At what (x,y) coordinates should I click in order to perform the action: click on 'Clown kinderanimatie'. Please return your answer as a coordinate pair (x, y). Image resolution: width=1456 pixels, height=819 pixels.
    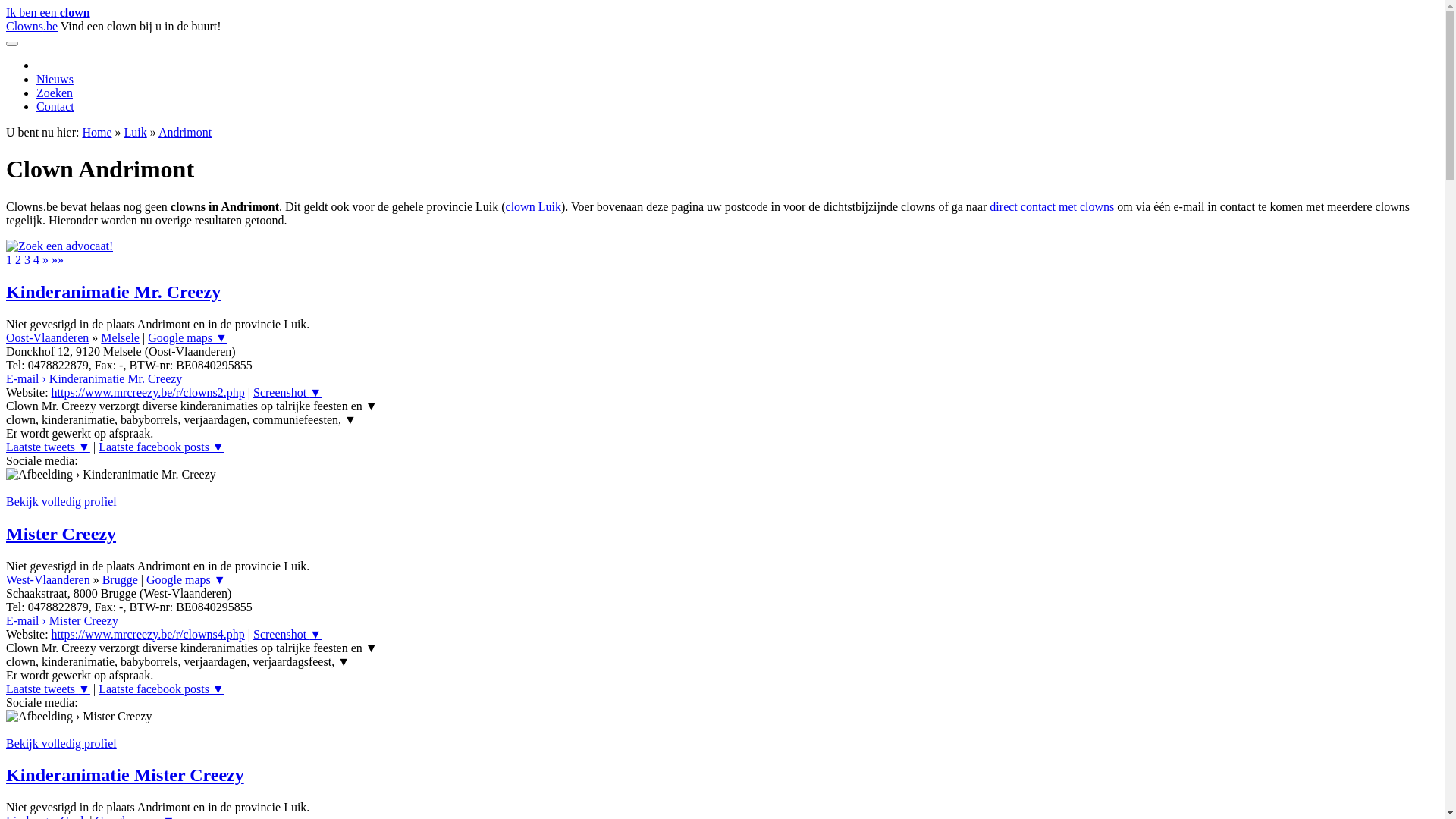
    Looking at the image, I should click on (59, 245).